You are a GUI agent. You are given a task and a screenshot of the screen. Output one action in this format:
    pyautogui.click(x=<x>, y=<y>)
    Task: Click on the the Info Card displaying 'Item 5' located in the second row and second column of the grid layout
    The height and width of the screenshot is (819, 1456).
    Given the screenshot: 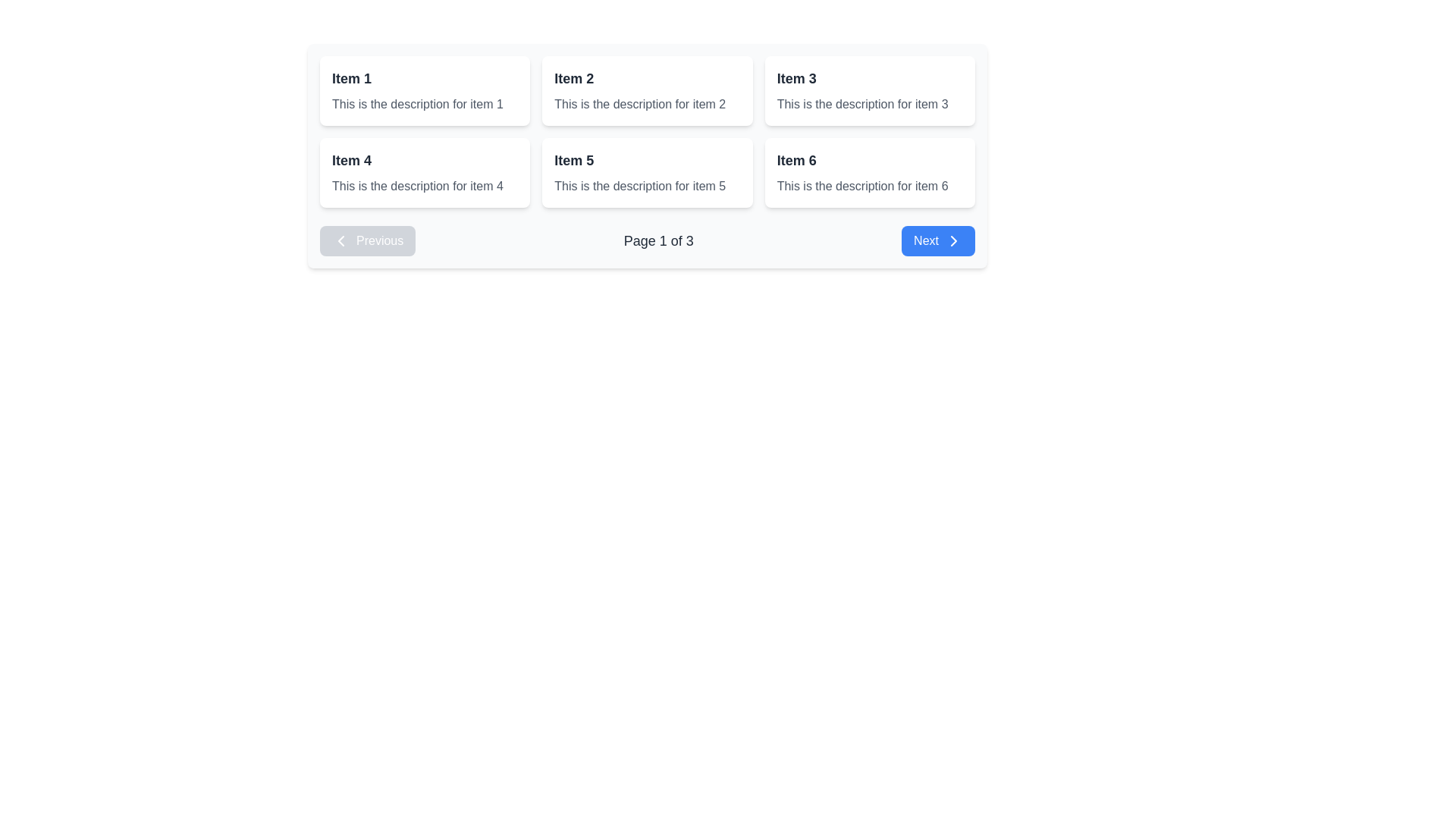 What is the action you would take?
    pyautogui.click(x=648, y=171)
    